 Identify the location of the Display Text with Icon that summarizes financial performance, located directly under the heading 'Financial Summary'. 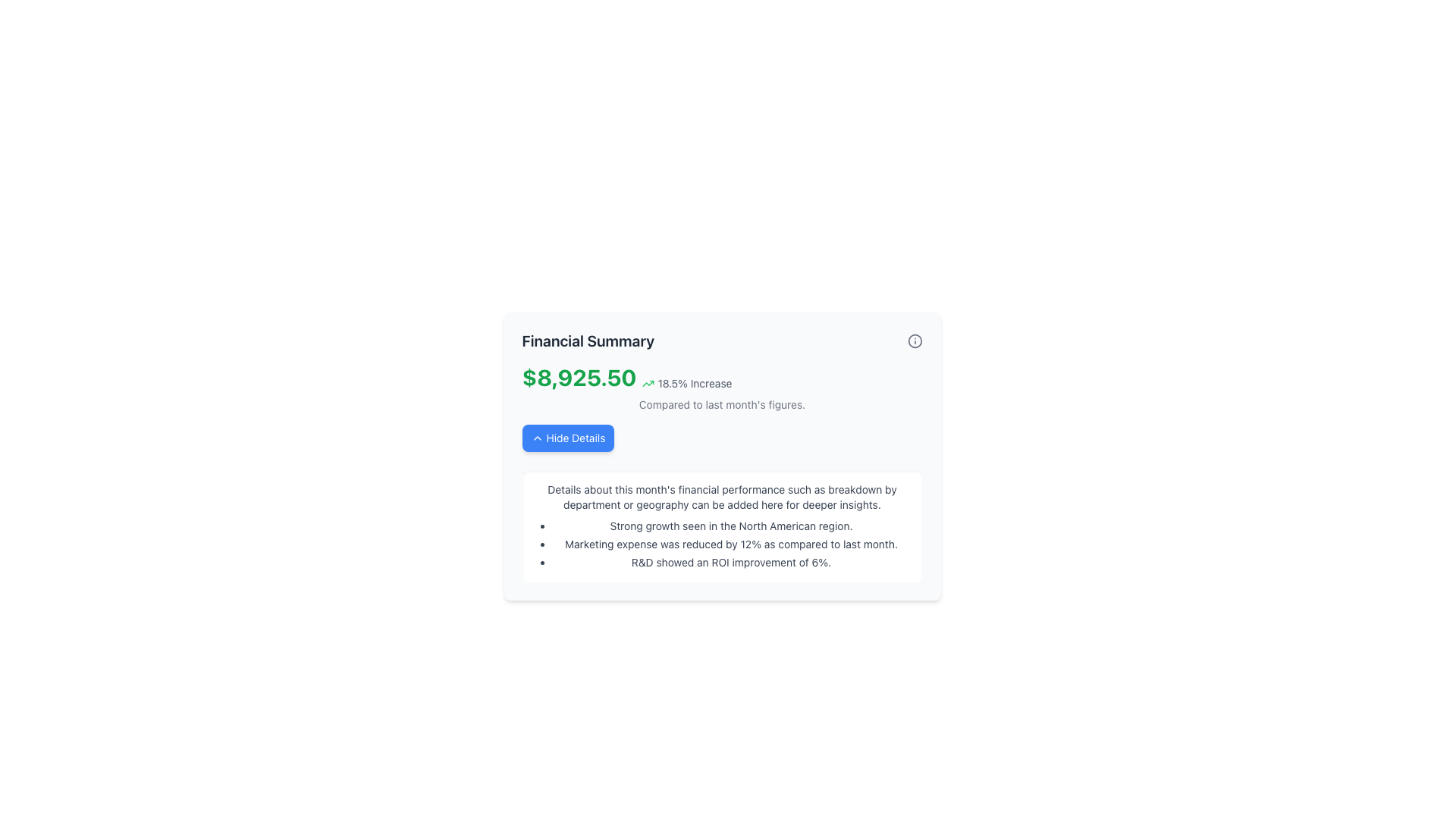
(721, 376).